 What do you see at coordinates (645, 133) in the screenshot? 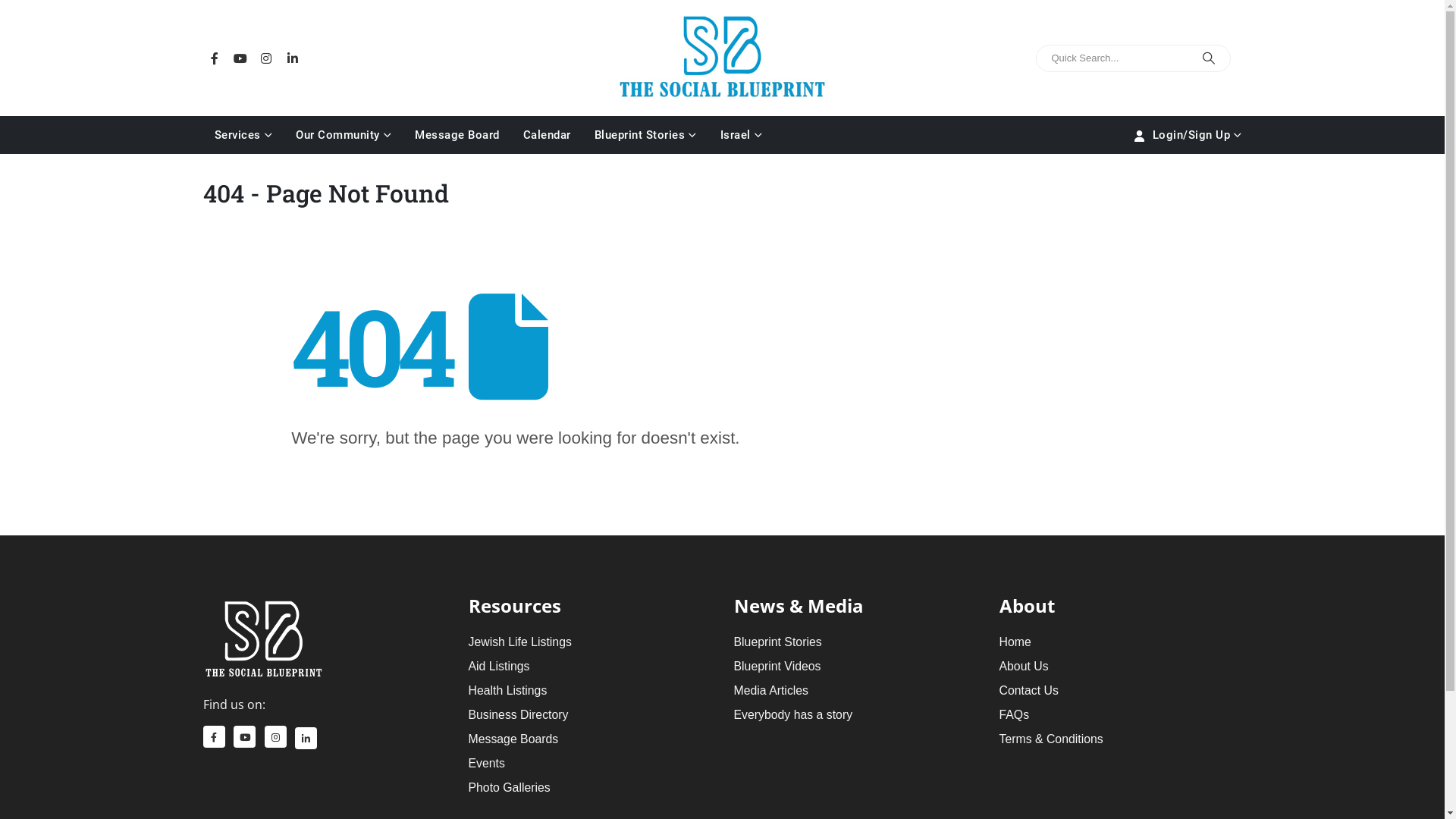
I see `'Blueprint Stories'` at bounding box center [645, 133].